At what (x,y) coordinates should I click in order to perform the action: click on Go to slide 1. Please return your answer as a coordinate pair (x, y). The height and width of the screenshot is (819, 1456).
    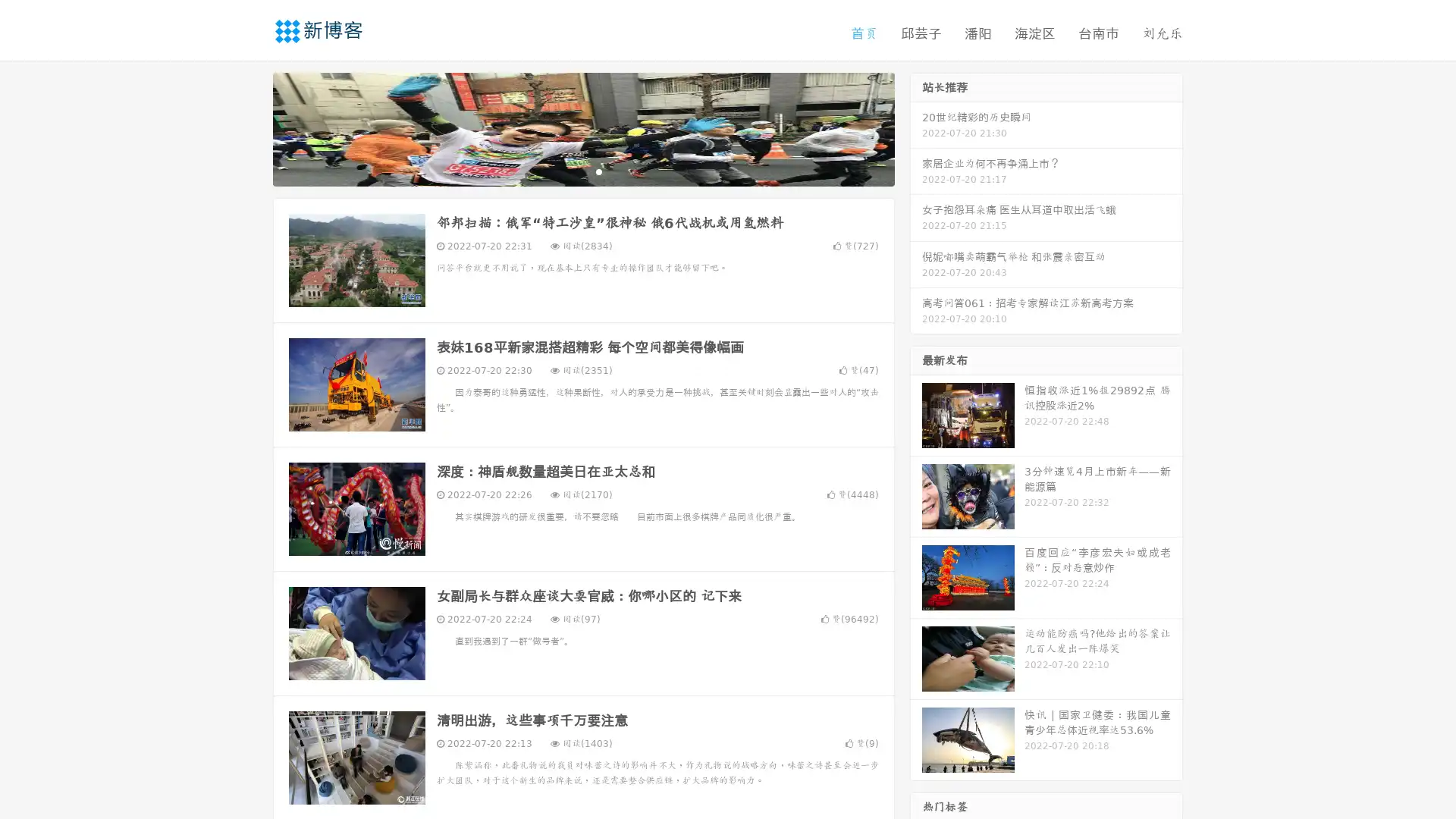
    Looking at the image, I should click on (567, 171).